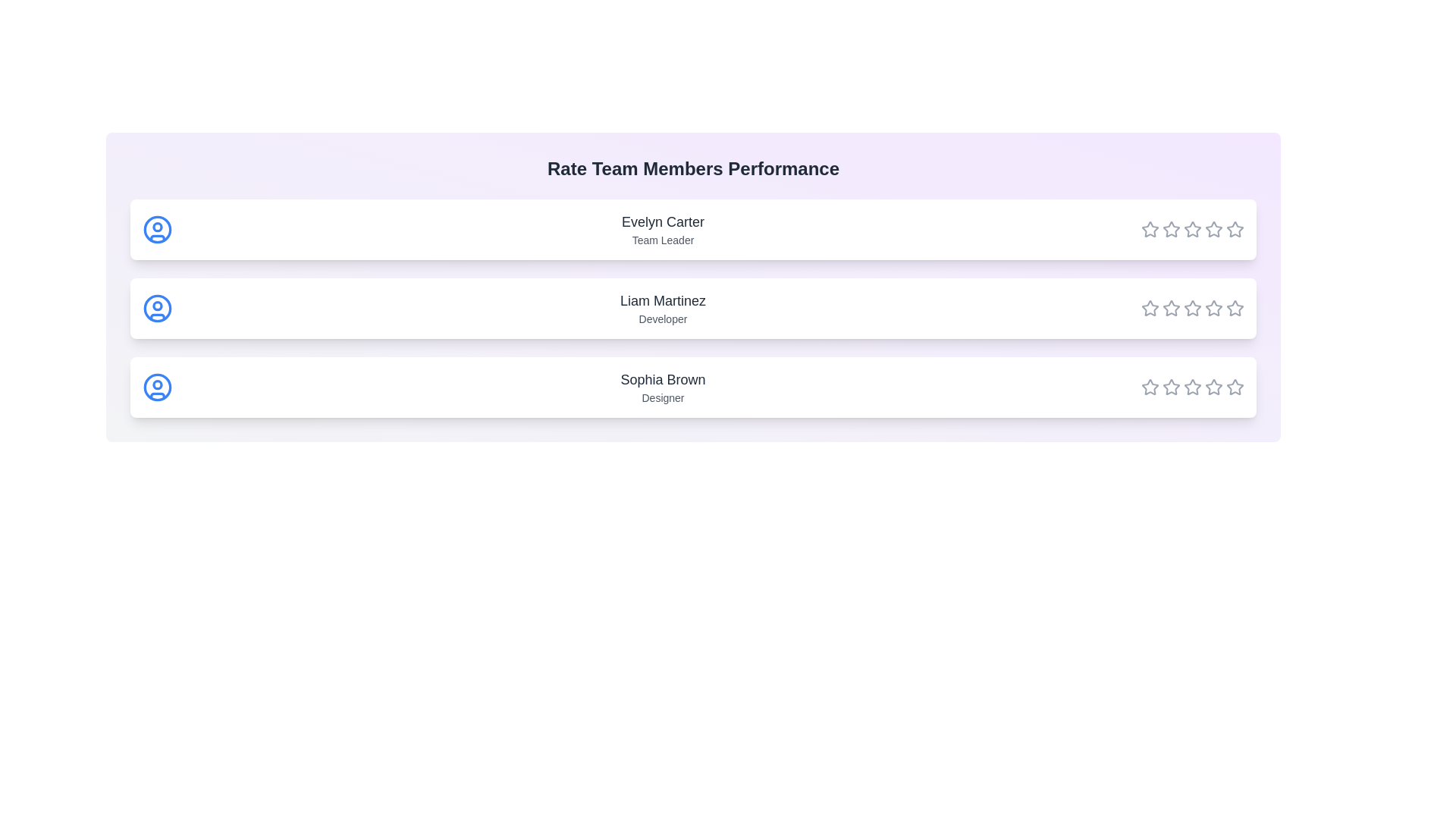 The width and height of the screenshot is (1456, 819). What do you see at coordinates (157, 386) in the screenshot?
I see `the user icon for Sophia Brown` at bounding box center [157, 386].